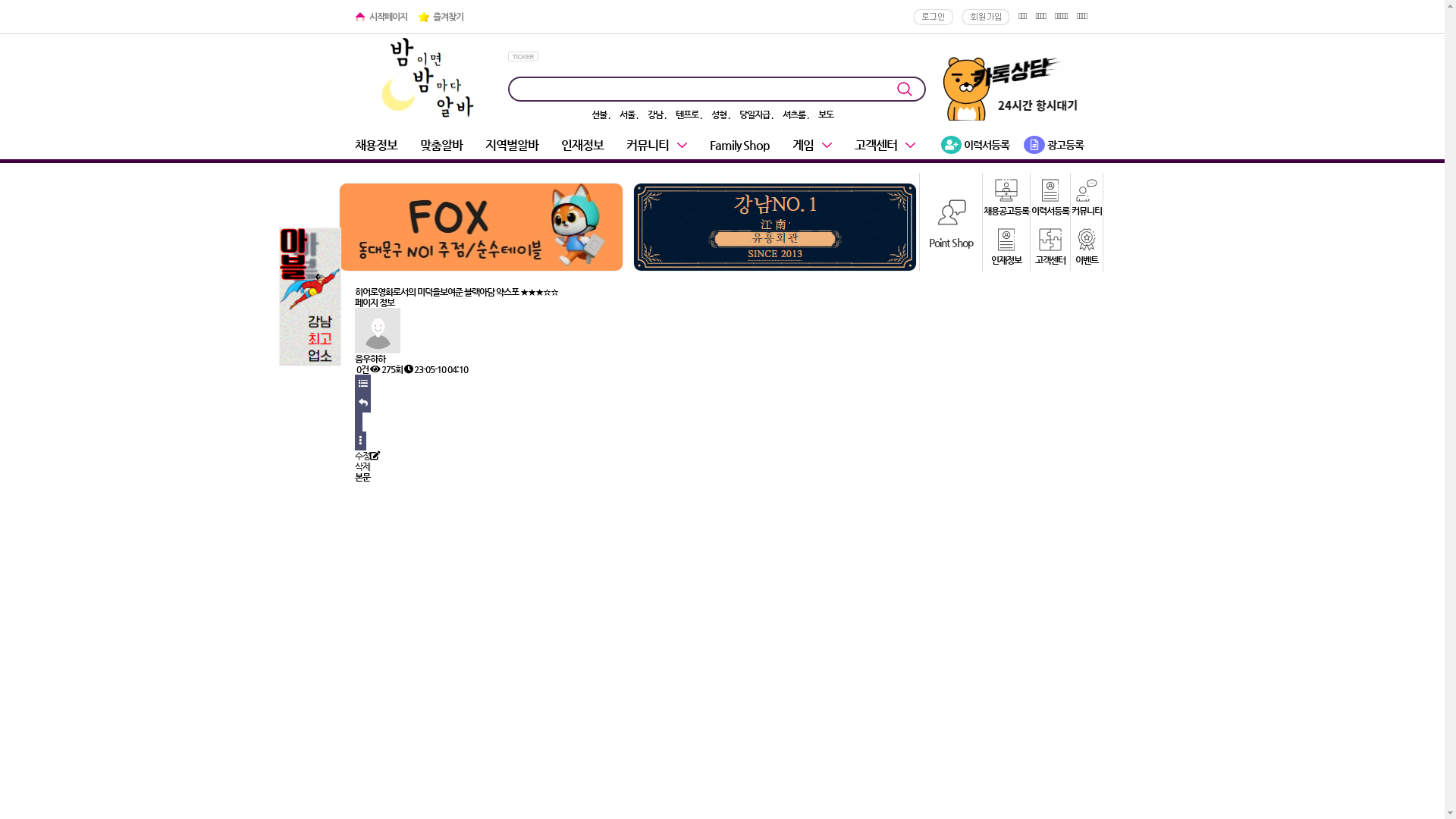 The width and height of the screenshot is (1456, 819). What do you see at coordinates (920, 221) in the screenshot?
I see `'Point Shop'` at bounding box center [920, 221].